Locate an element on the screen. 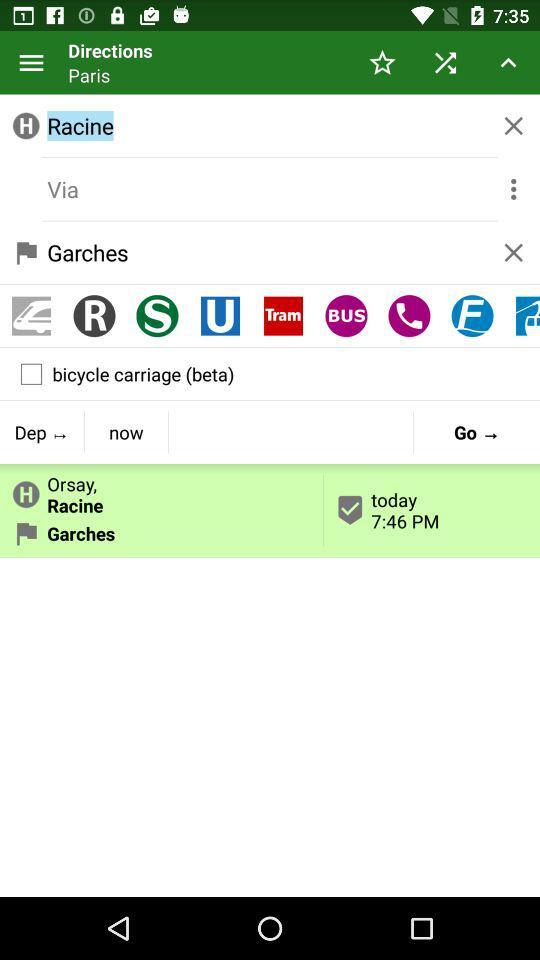 This screenshot has height=960, width=540. item below the garches icon is located at coordinates (282, 316).